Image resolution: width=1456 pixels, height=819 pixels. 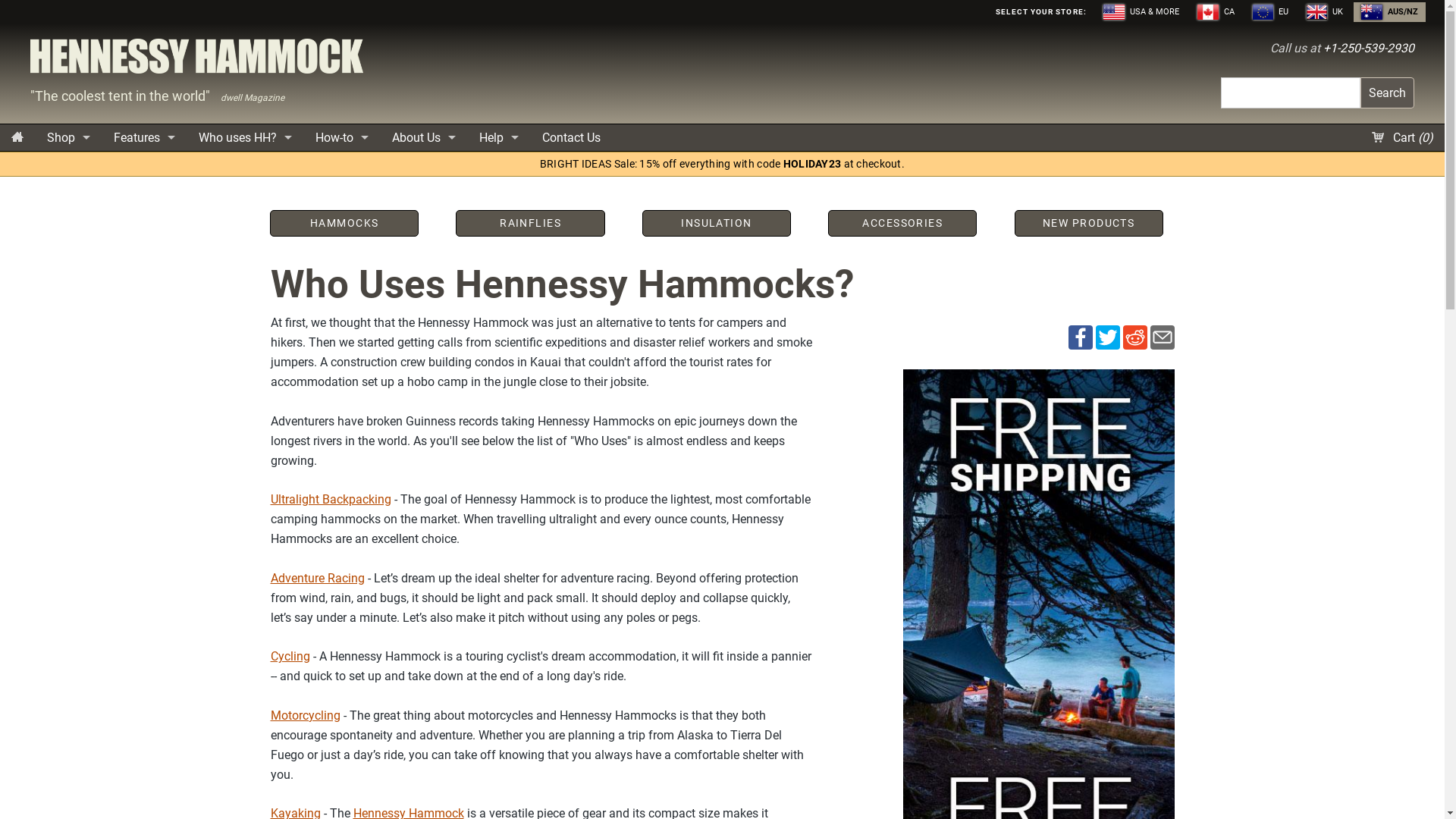 What do you see at coordinates (1360, 137) in the screenshot?
I see `'Cart (0)'` at bounding box center [1360, 137].